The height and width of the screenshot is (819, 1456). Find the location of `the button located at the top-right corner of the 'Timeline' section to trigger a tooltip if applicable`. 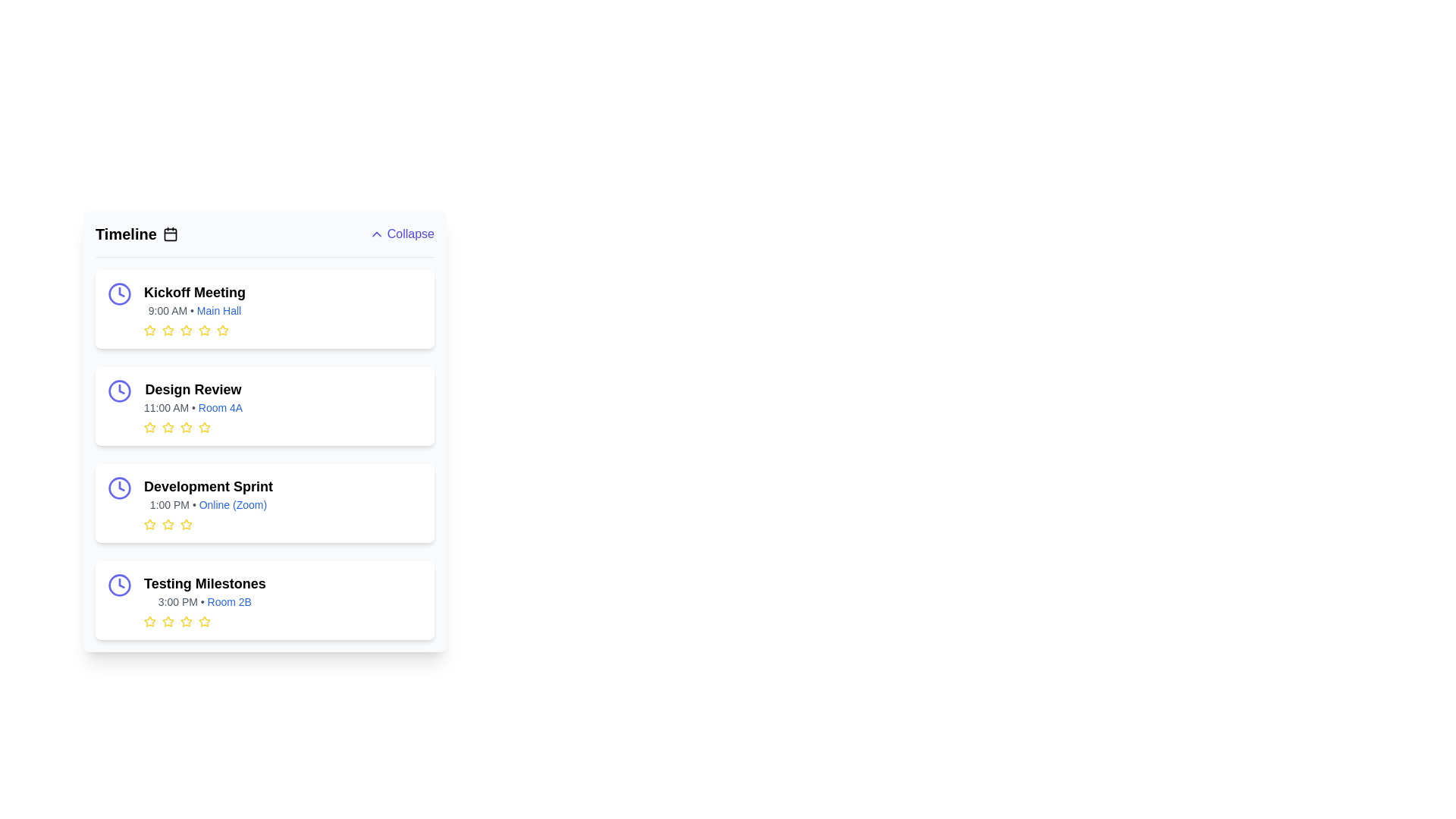

the button located at the top-right corner of the 'Timeline' section to trigger a tooltip if applicable is located at coordinates (401, 234).